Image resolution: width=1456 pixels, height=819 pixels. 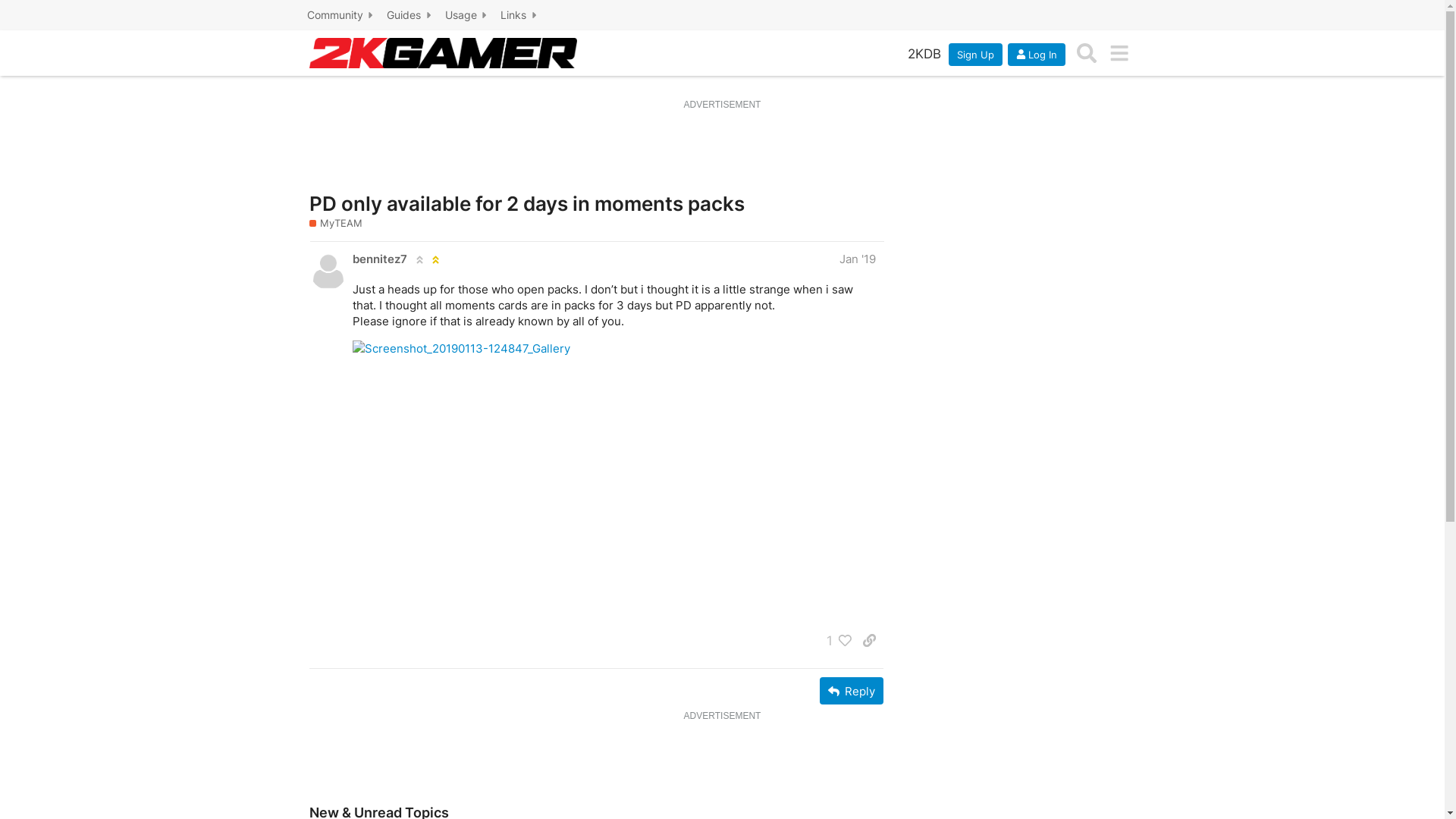 What do you see at coordinates (856, 258) in the screenshot?
I see `'Jan '19'` at bounding box center [856, 258].